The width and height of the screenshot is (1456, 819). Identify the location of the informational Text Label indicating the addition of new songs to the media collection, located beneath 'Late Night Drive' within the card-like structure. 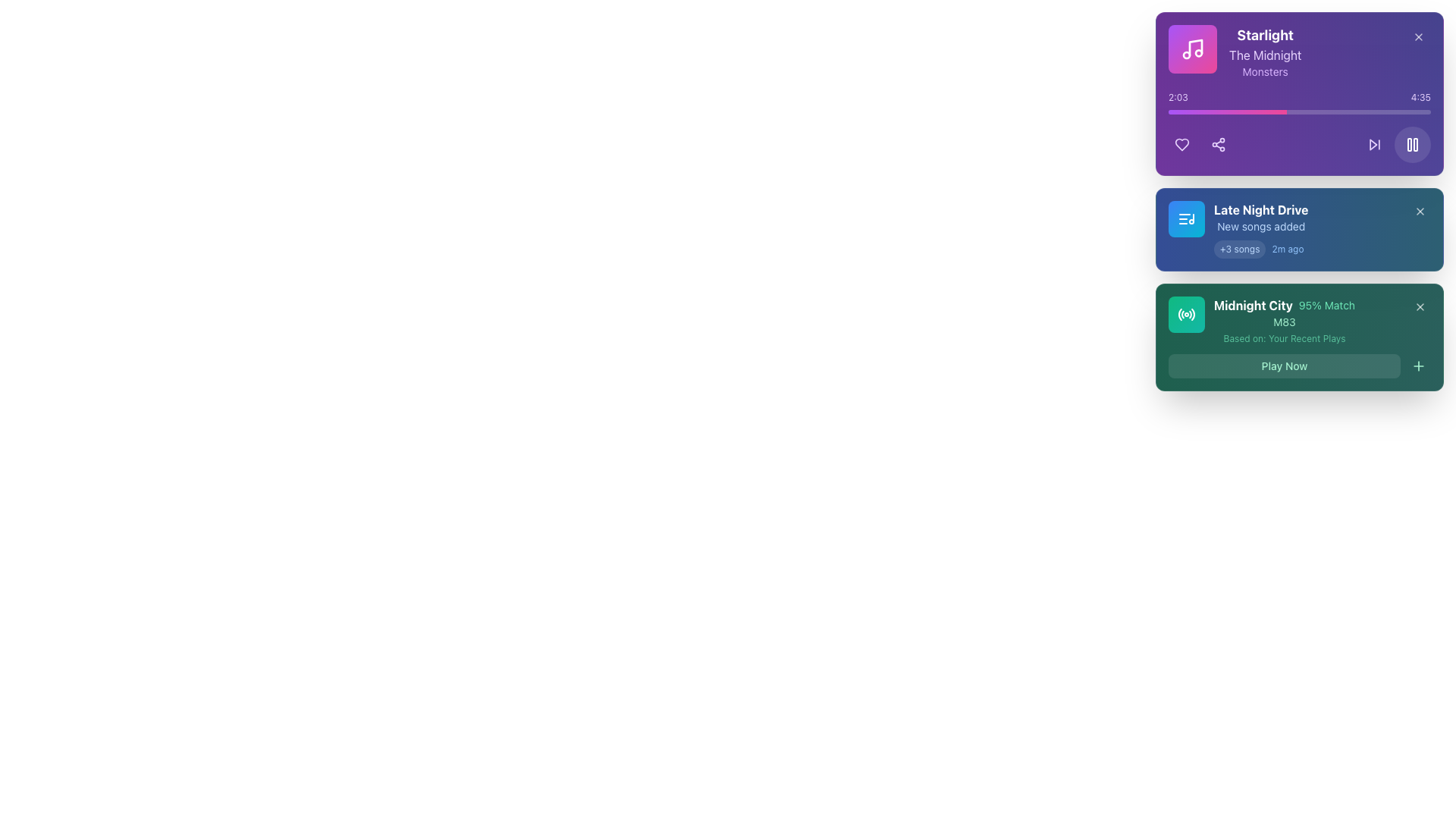
(1261, 227).